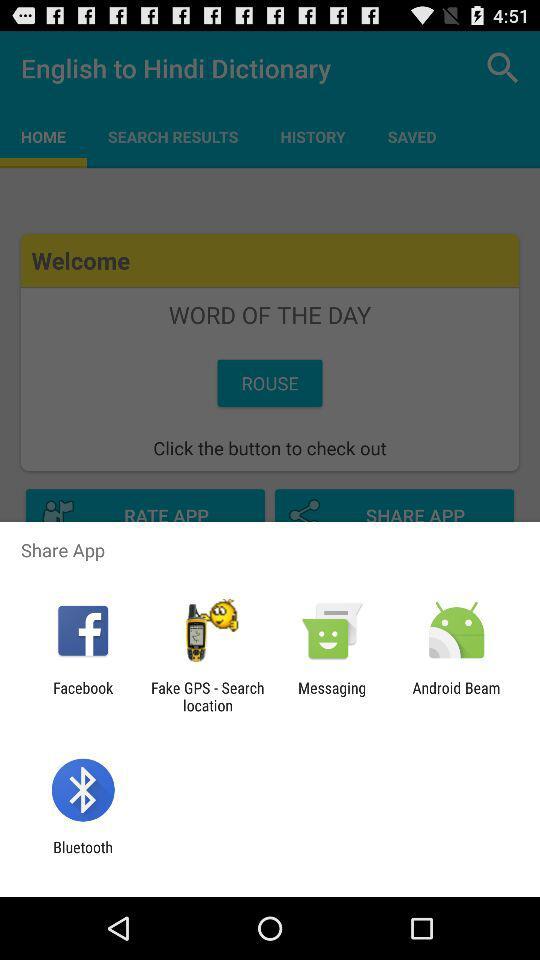  I want to click on android beam app, so click(456, 696).